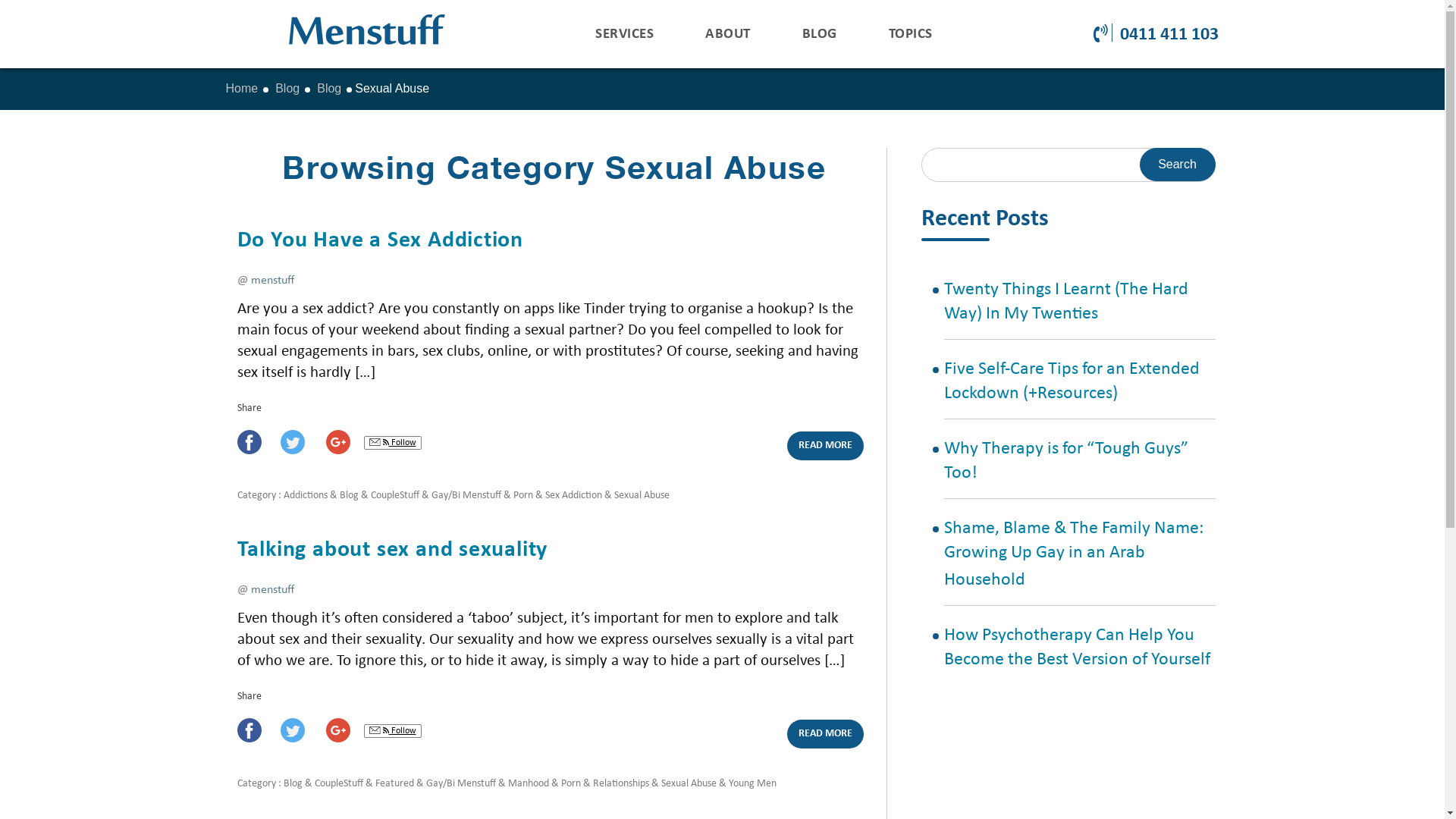 The image size is (1456, 819). What do you see at coordinates (393, 730) in the screenshot?
I see `'Follow'` at bounding box center [393, 730].